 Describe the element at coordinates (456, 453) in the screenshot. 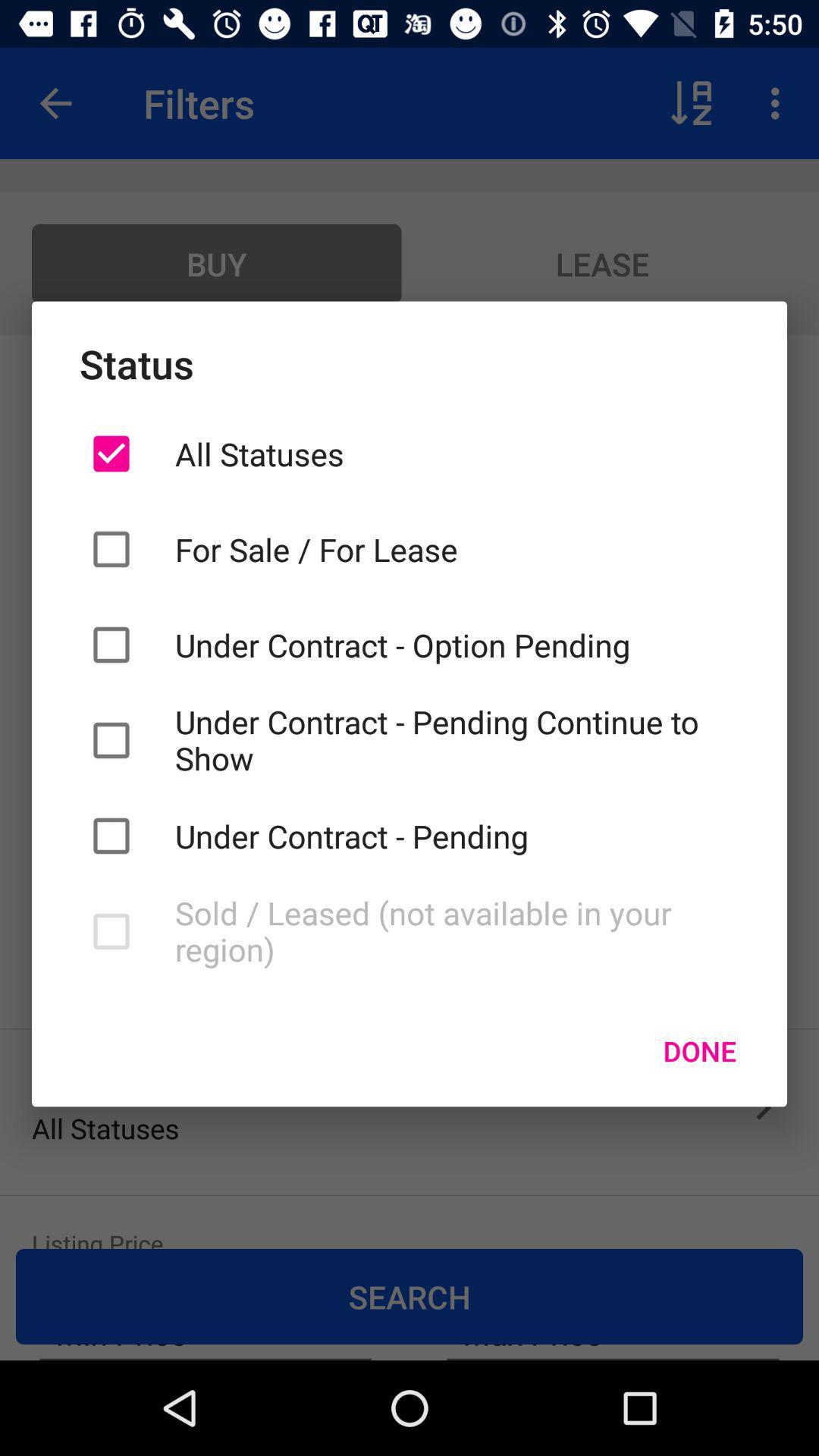

I see `all statuses` at that location.